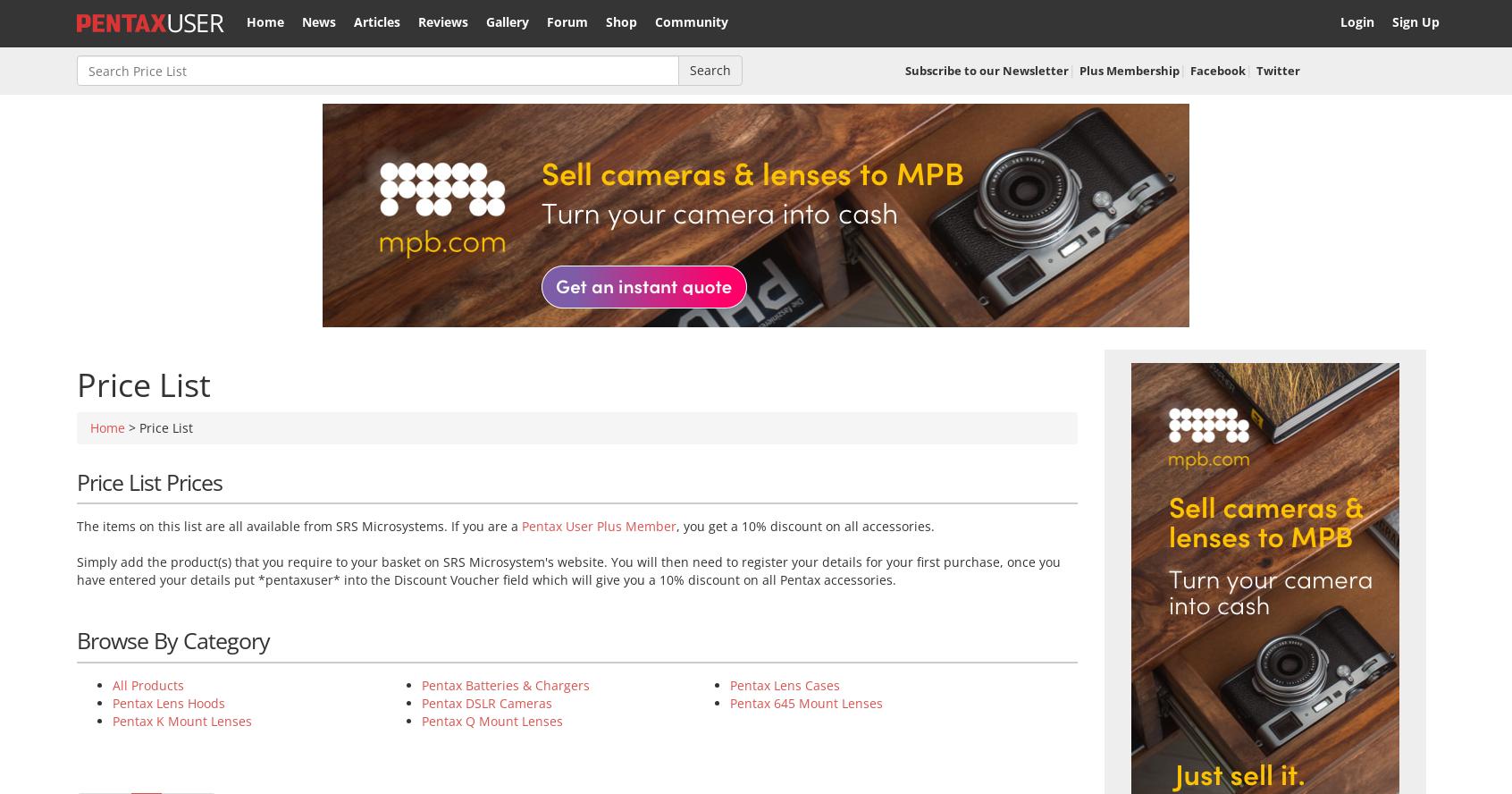 This screenshot has height=794, width=1512. What do you see at coordinates (376, 21) in the screenshot?
I see `'Articles'` at bounding box center [376, 21].